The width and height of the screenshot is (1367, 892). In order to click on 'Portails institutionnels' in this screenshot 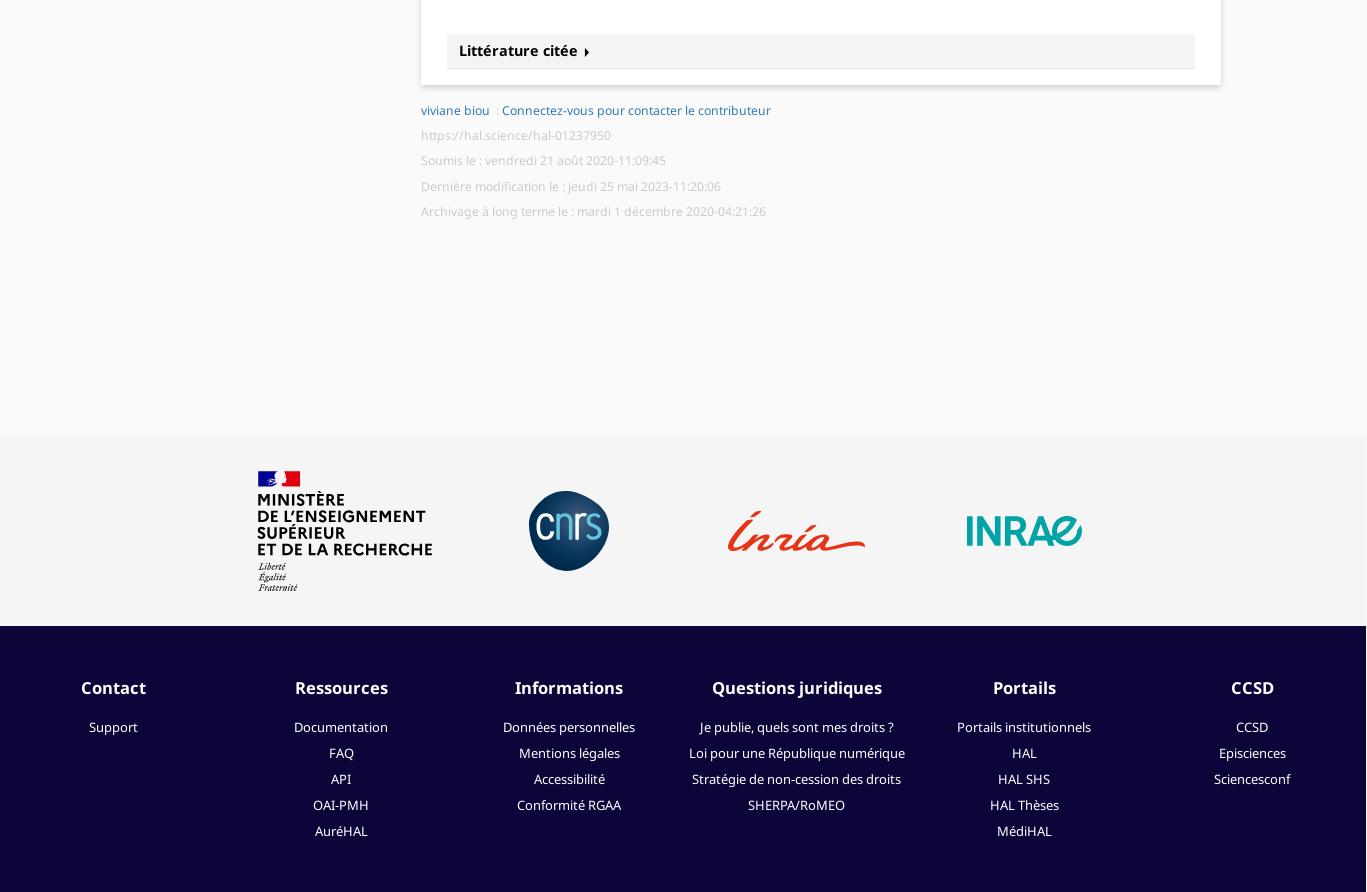, I will do `click(1023, 725)`.